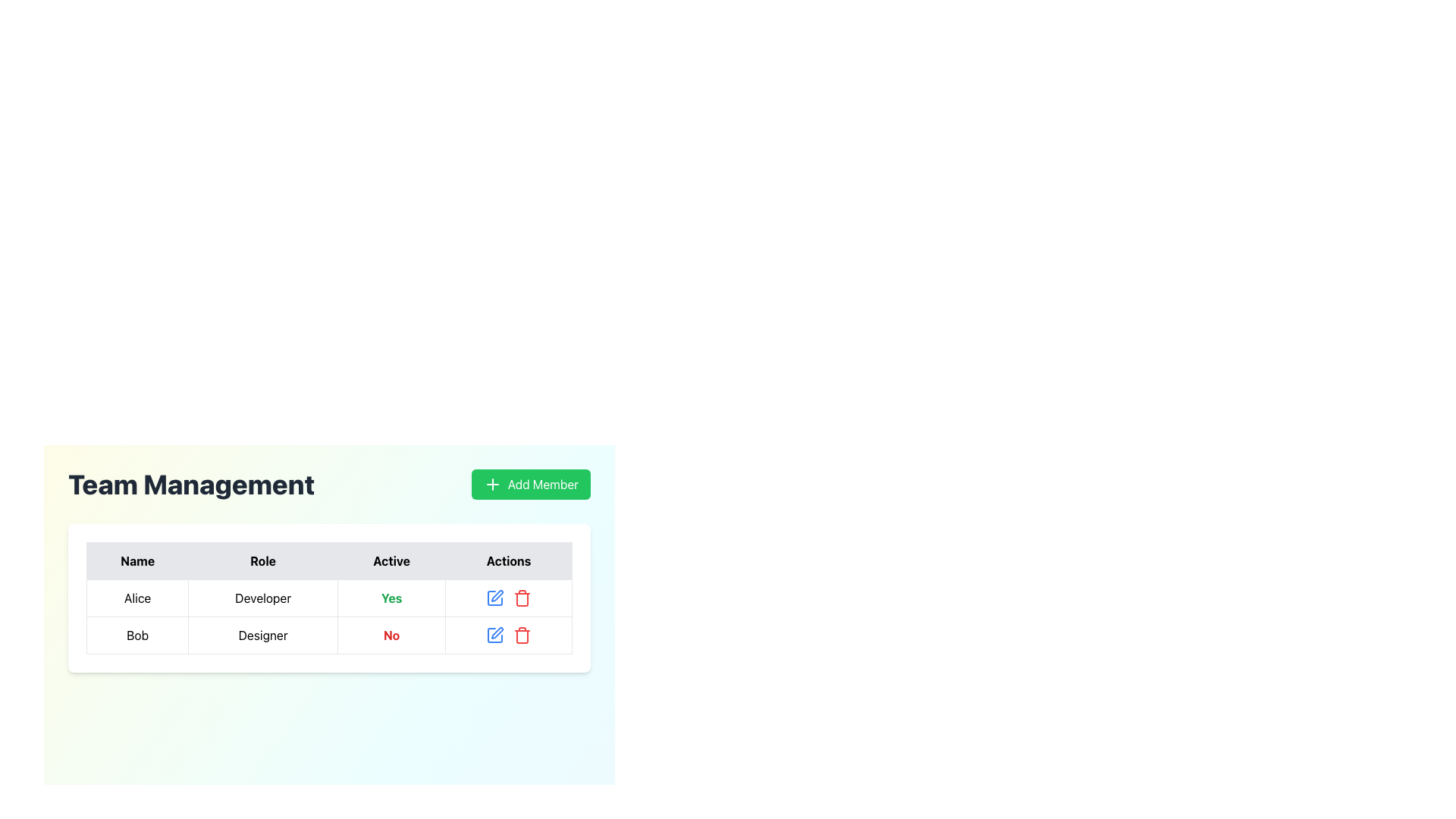 The height and width of the screenshot is (819, 1456). Describe the element at coordinates (263, 635) in the screenshot. I see `the text label indicating 'Bob's role' in the table, located in the second cell under the 'Role' column` at that location.